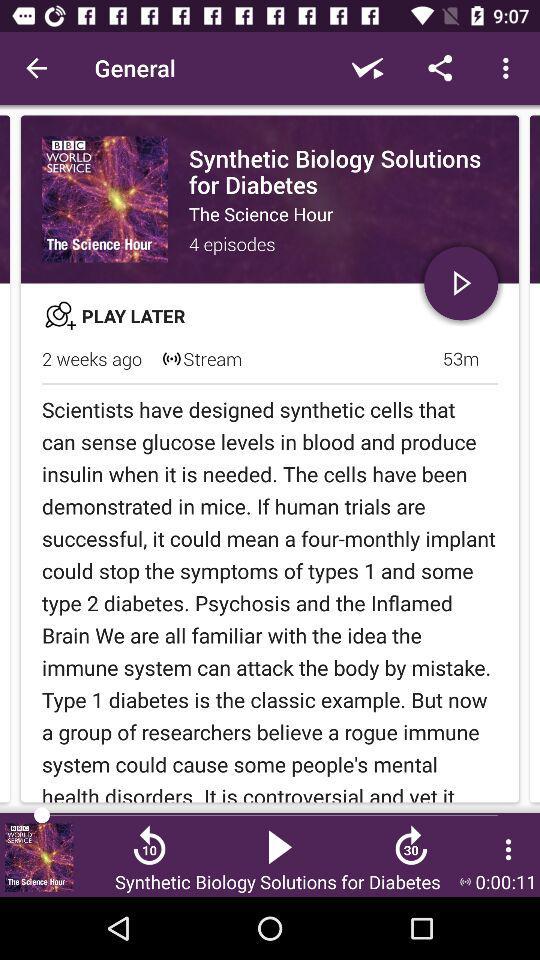 This screenshot has height=960, width=540. Describe the element at coordinates (410, 853) in the screenshot. I see `the av_forward icon` at that location.